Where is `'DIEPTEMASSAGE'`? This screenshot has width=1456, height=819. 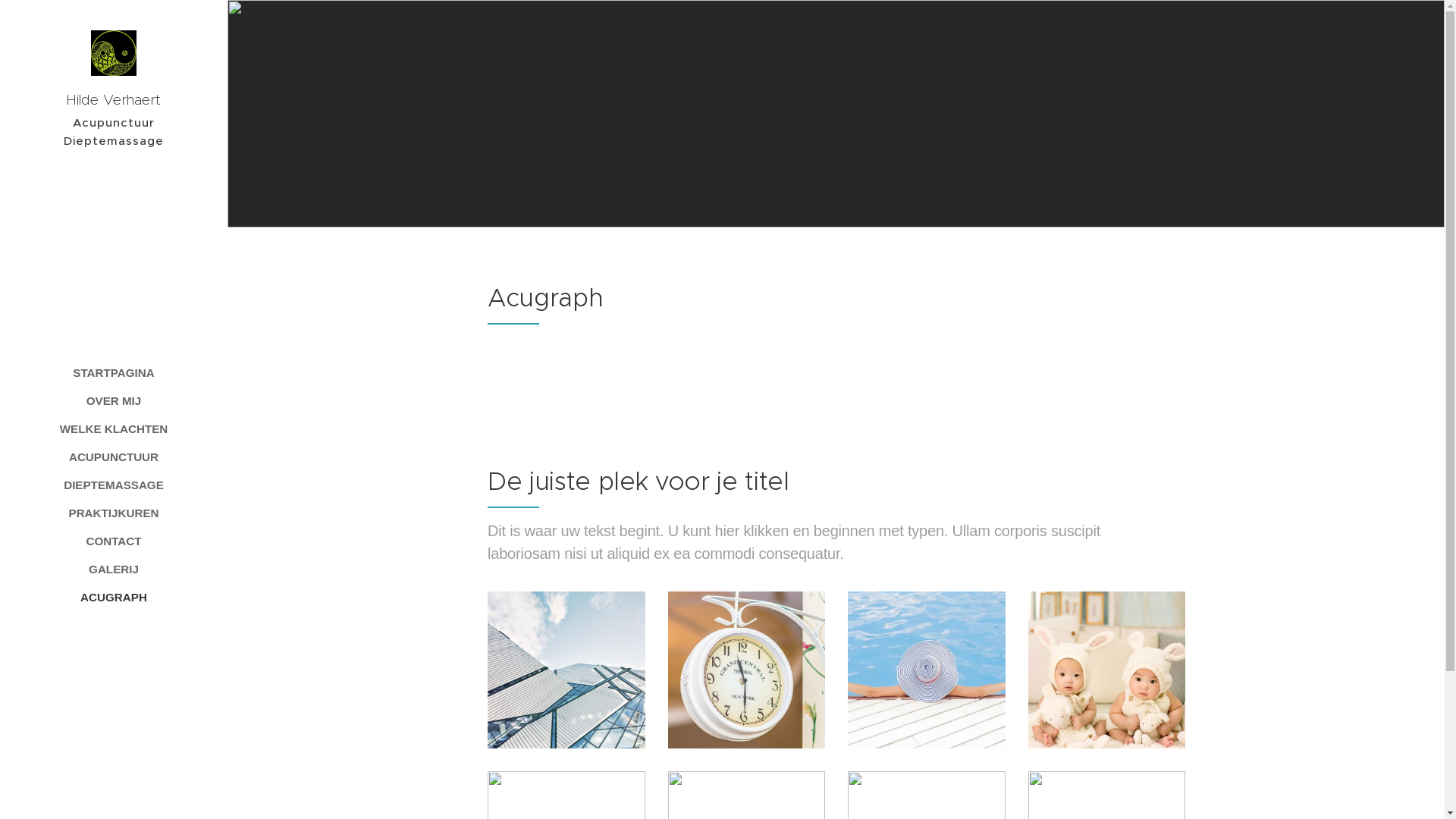 'DIEPTEMASSAGE' is located at coordinates (112, 485).